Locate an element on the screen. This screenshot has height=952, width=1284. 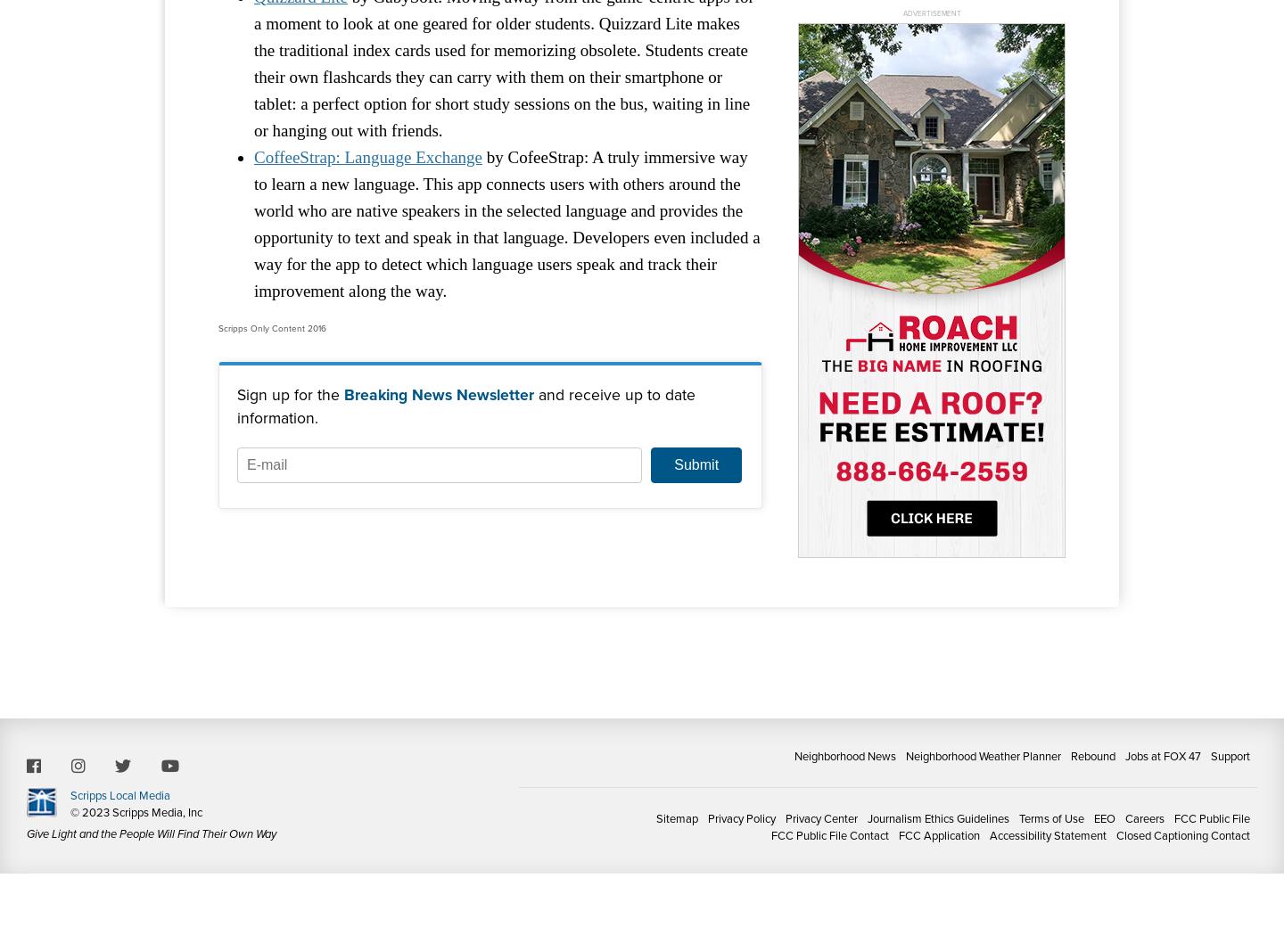
'and receive up to date information.' is located at coordinates (465, 405).